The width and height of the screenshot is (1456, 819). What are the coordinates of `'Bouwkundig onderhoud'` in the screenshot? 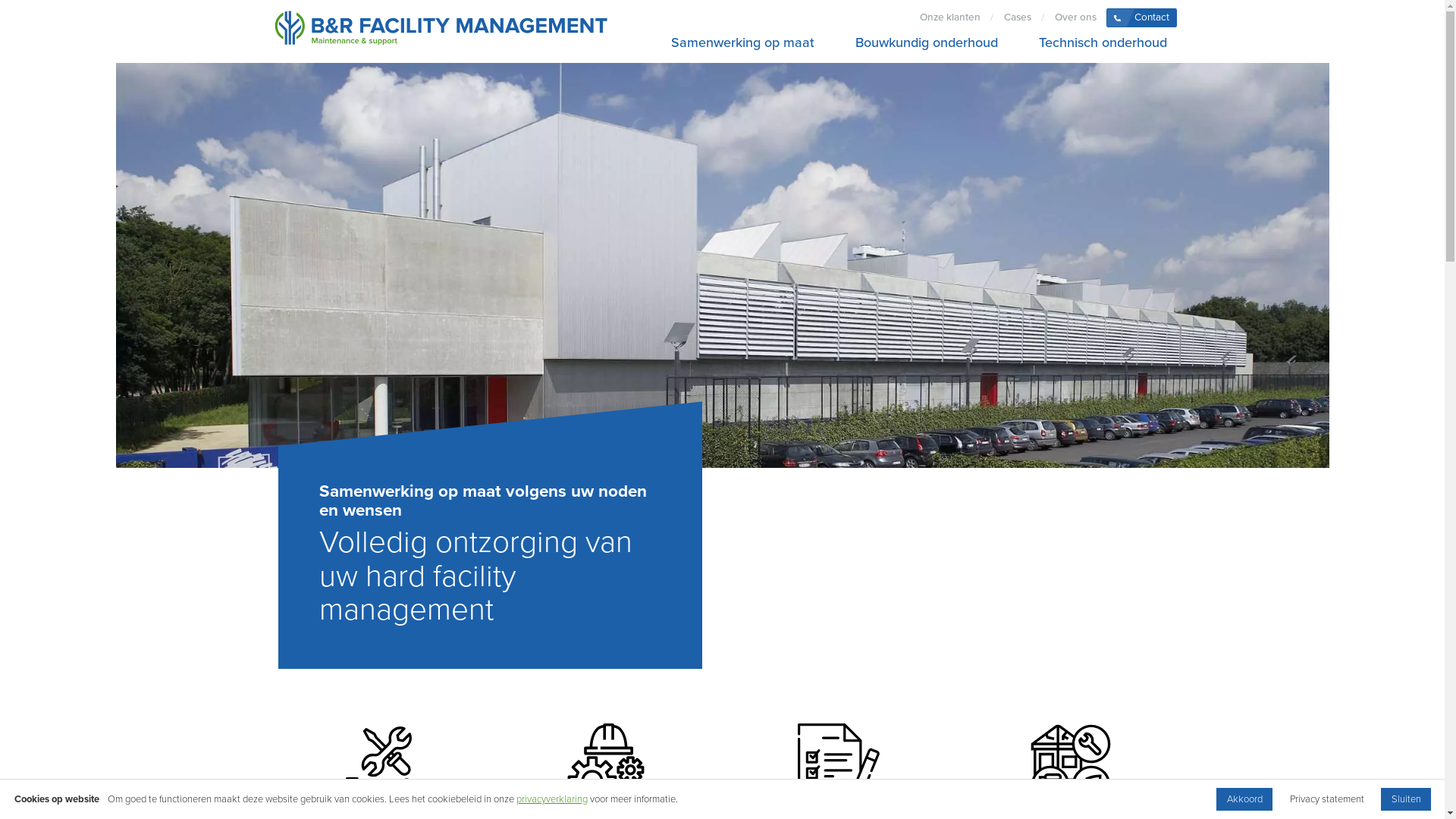 It's located at (843, 42).